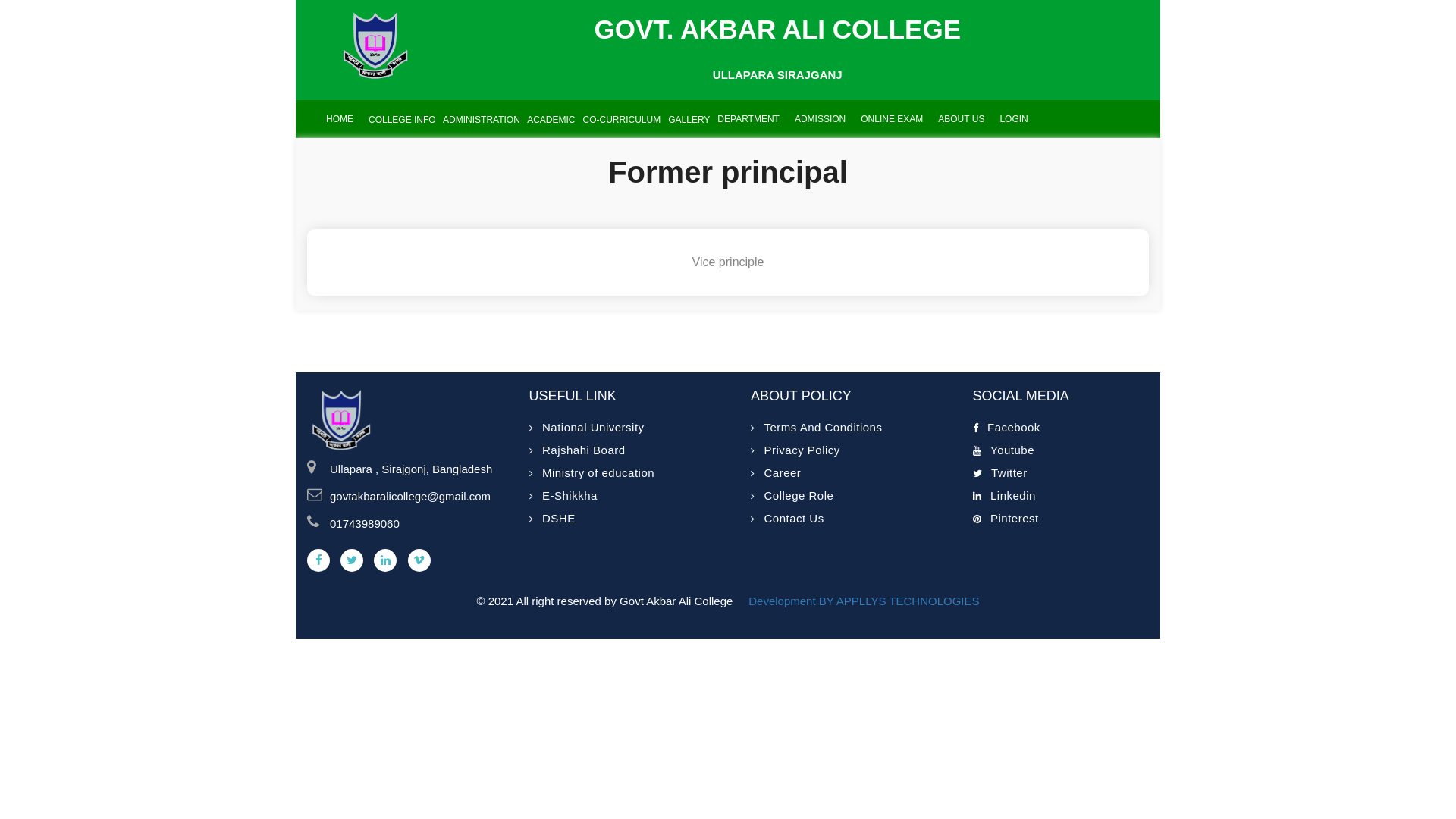 The width and height of the screenshot is (1456, 819). Describe the element at coordinates (574, 118) in the screenshot. I see `'   CO-CURRICULUM'` at that location.